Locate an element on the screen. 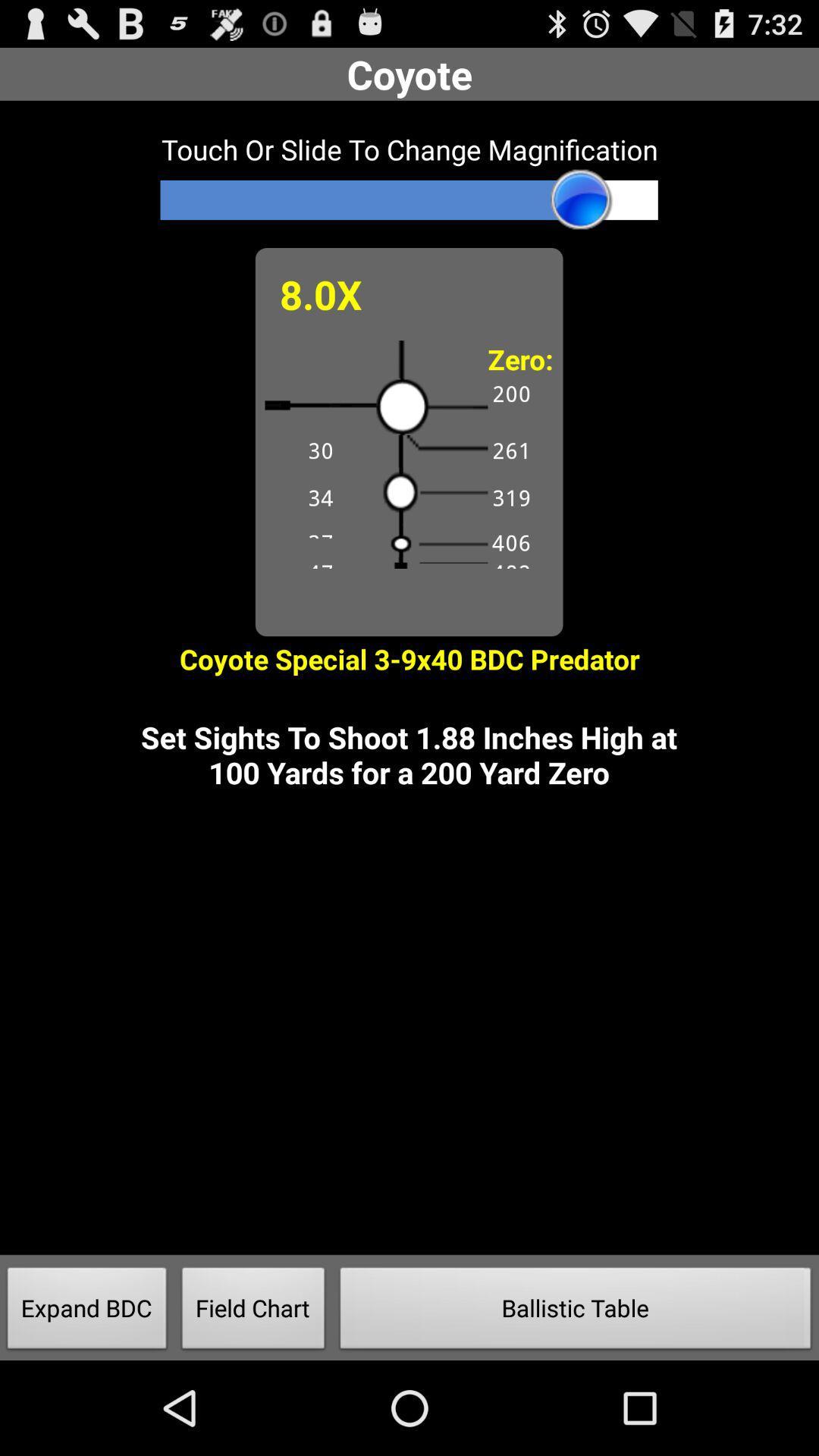  ballistic table icon is located at coordinates (576, 1312).